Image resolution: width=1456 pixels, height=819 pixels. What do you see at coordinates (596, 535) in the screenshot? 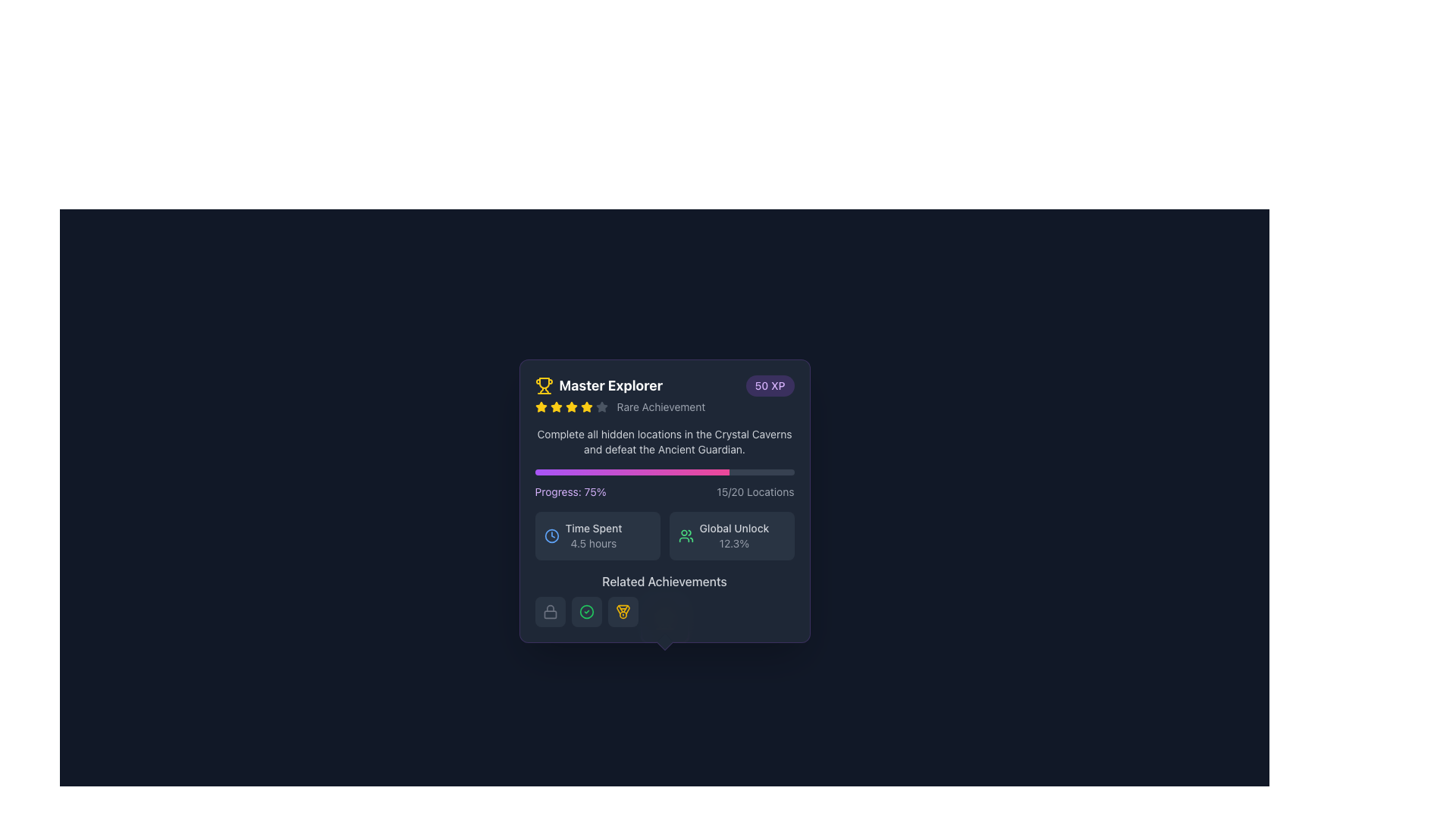
I see `the Information card displaying 'Time Spent' with a clock icon and value '4.5 hours', located in the left half of the grid structure` at bounding box center [596, 535].